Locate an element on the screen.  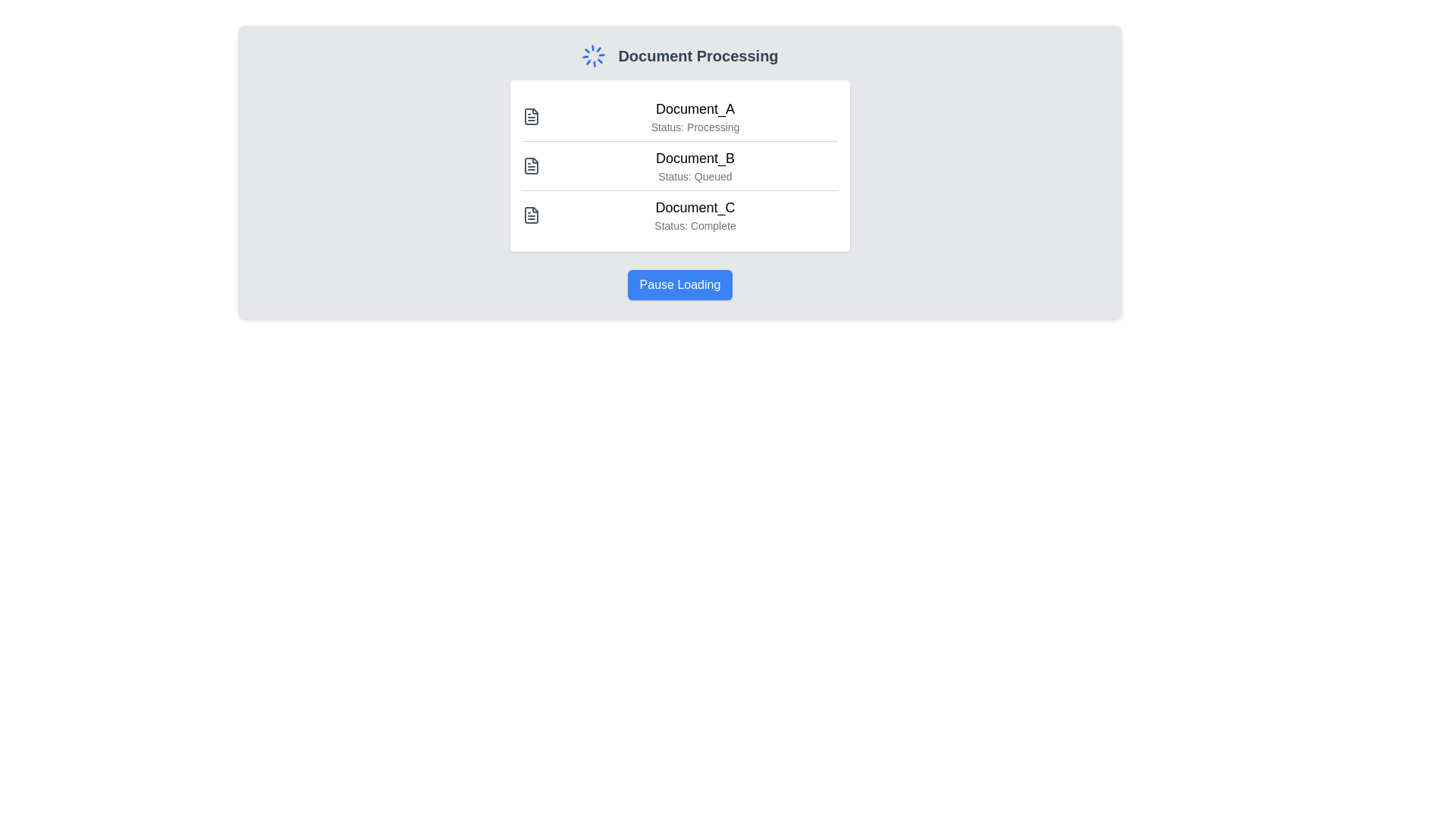
the informational text block displaying the status of 'Document_C' which indicates 'Complete' is located at coordinates (679, 215).